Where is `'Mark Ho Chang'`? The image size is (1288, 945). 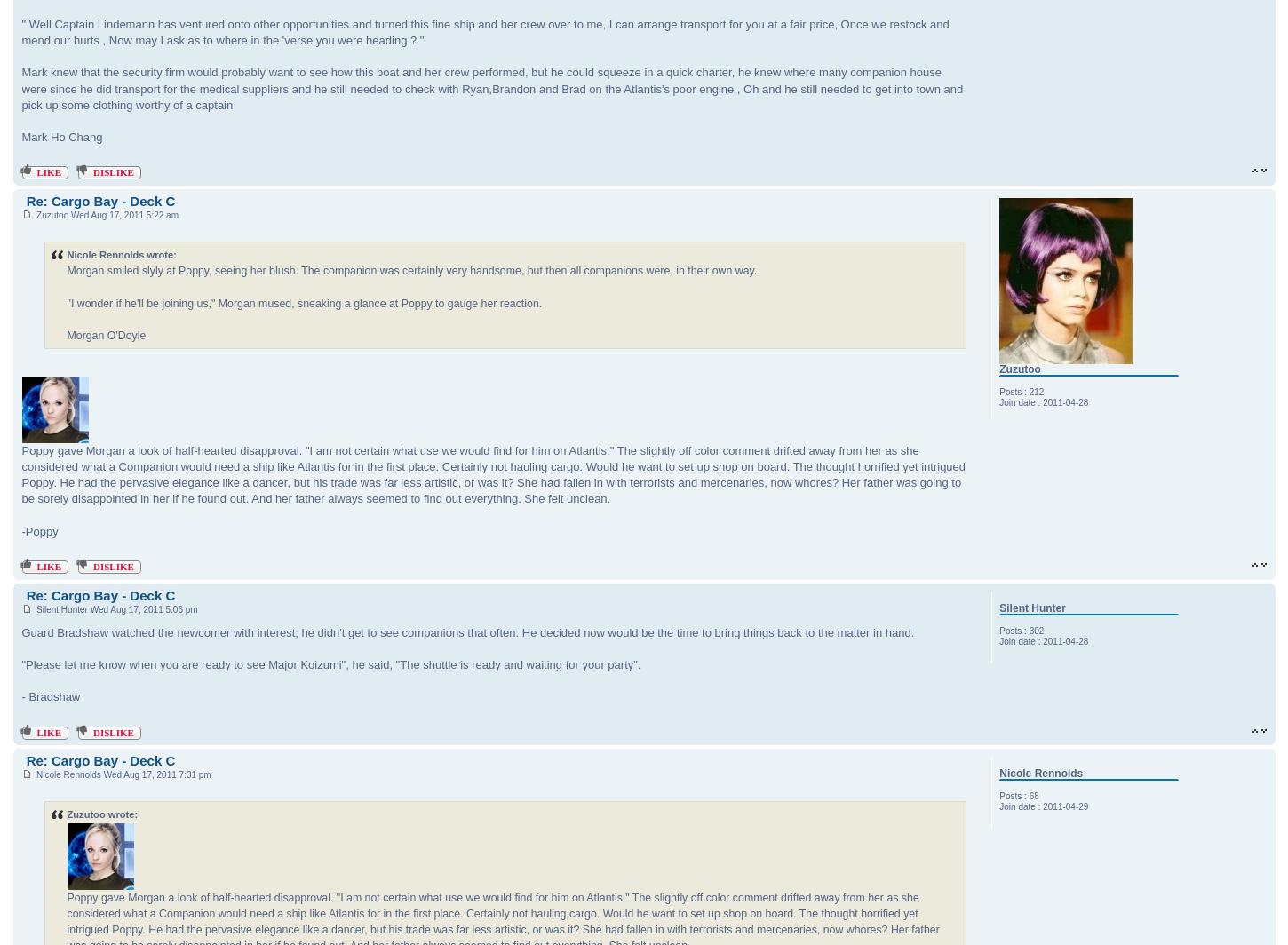
'Mark Ho Chang' is located at coordinates (61, 137).